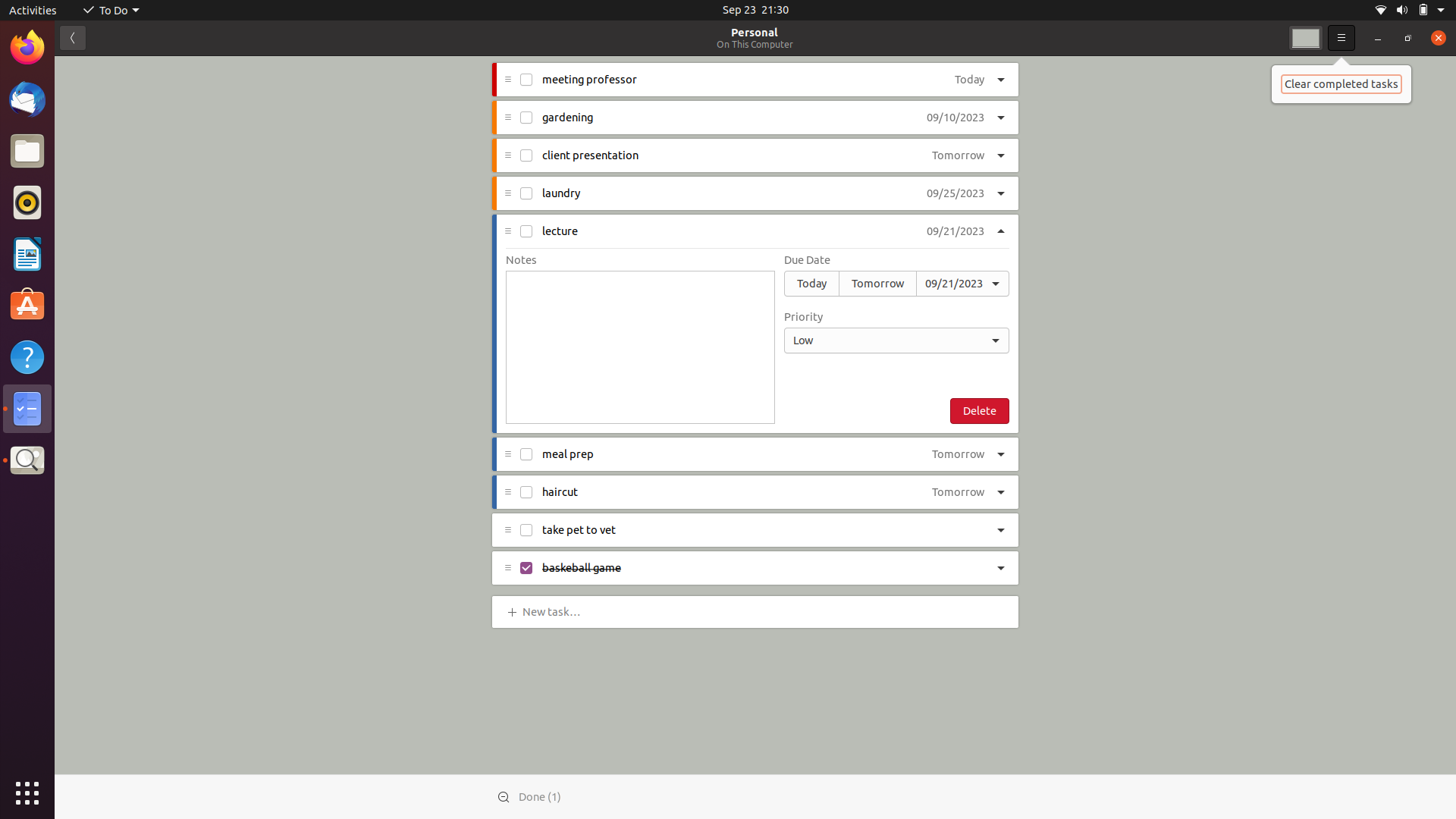  I want to click on Add new task, so click(554, 610).